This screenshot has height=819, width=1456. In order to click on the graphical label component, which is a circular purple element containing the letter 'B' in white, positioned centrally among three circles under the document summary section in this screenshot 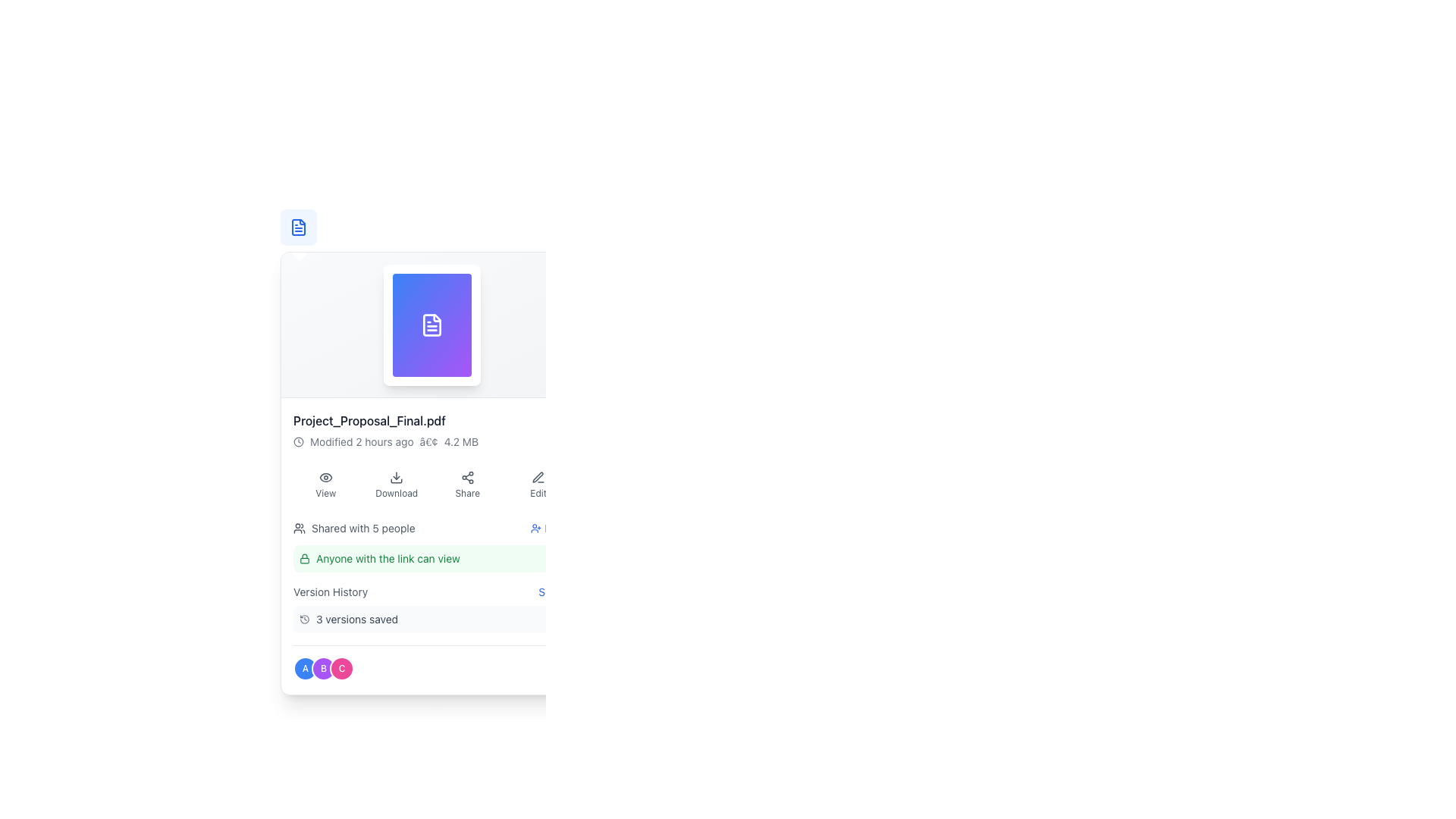, I will do `click(323, 668)`.